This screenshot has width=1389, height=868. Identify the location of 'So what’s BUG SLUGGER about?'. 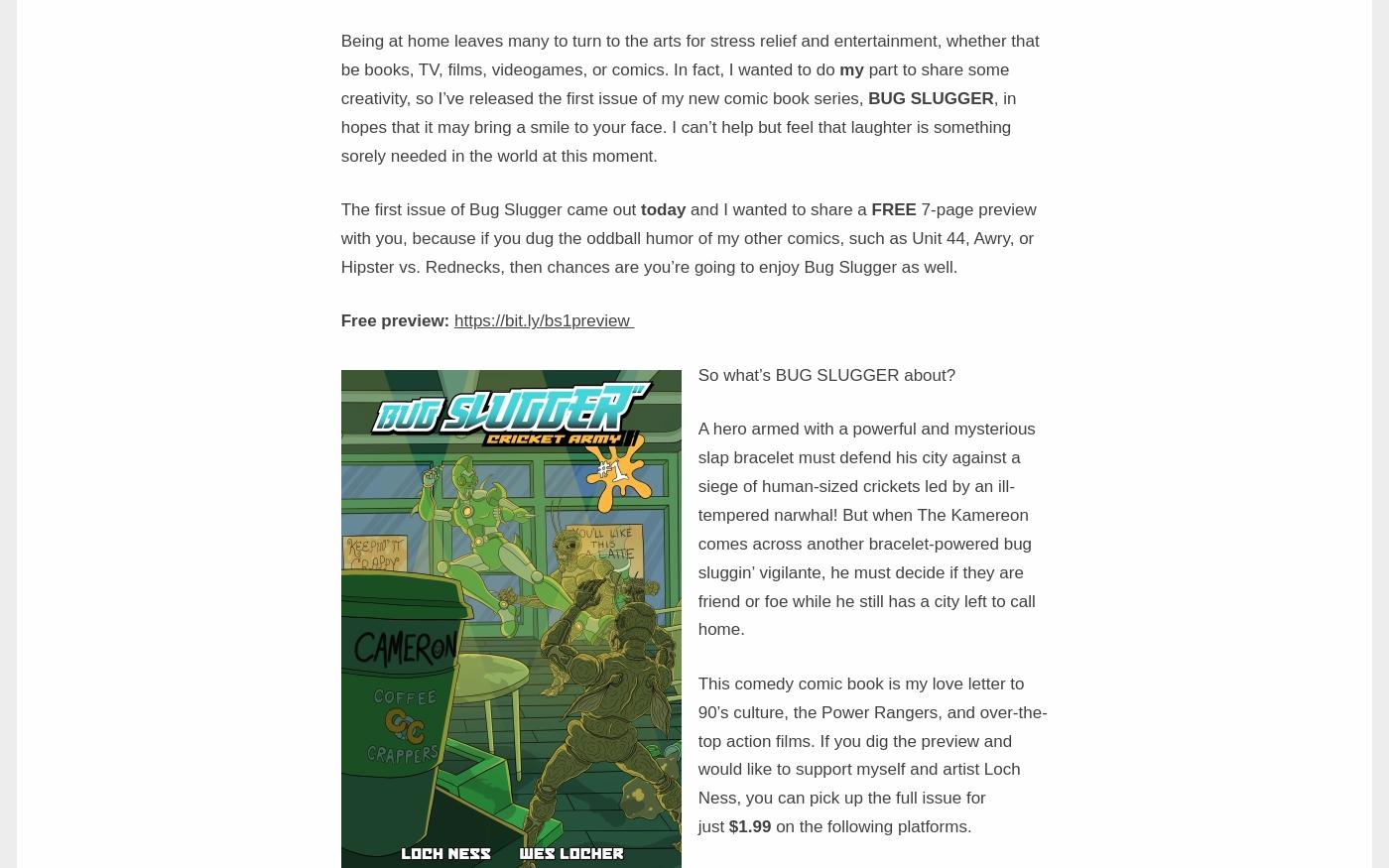
(826, 373).